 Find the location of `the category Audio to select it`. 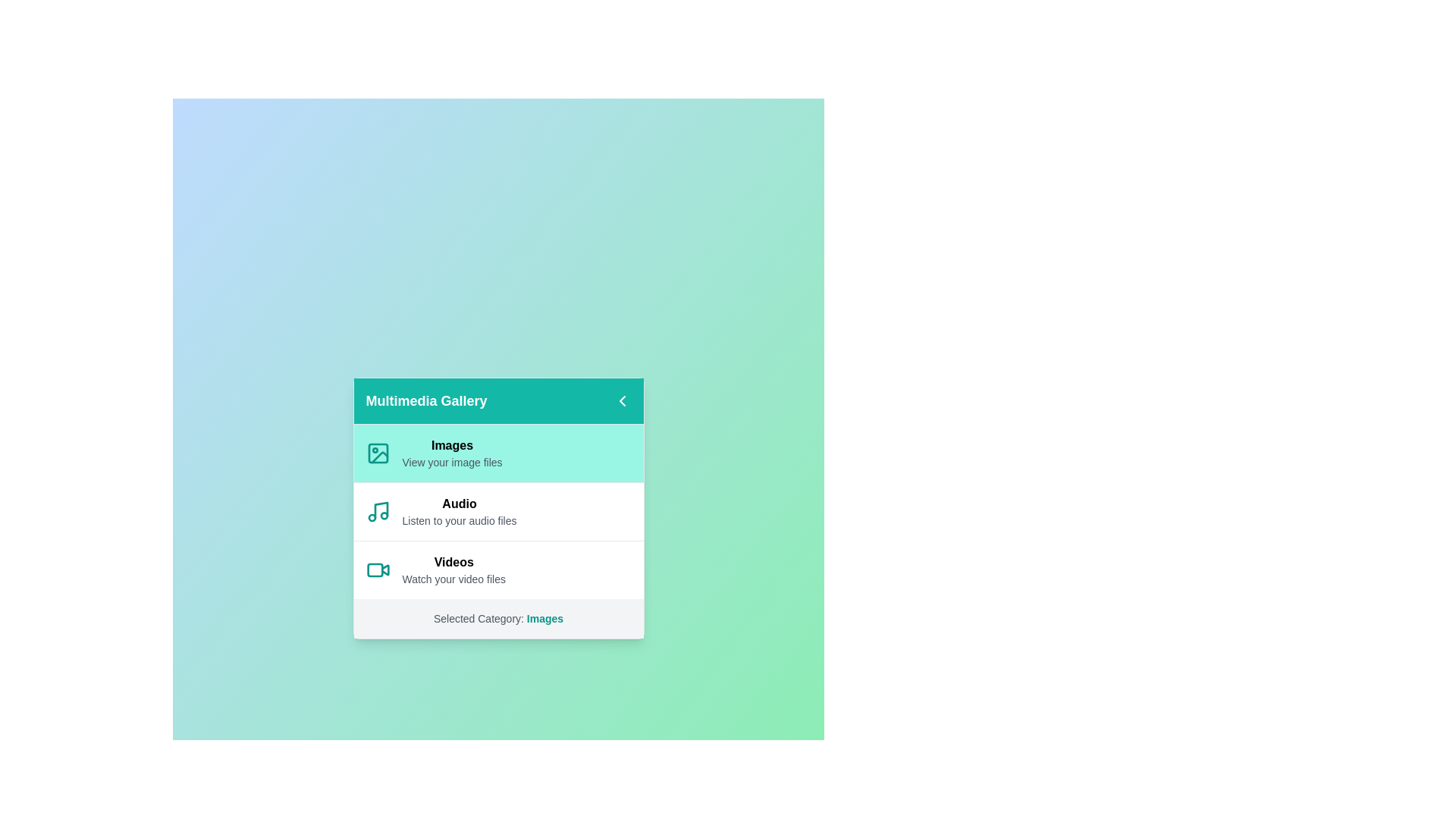

the category Audio to select it is located at coordinates (498, 511).